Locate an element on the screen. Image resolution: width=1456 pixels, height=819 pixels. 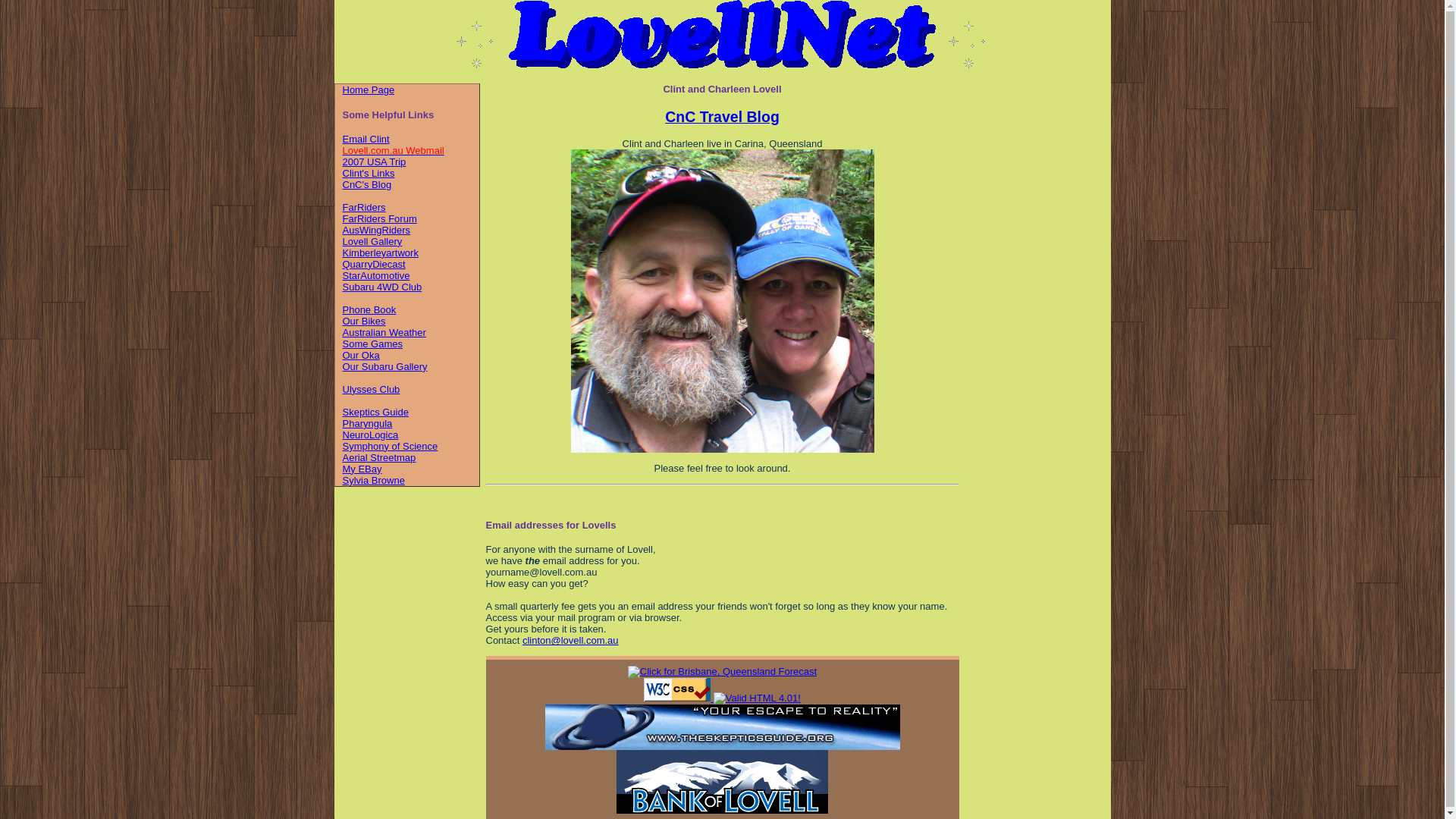
'My EBay' is located at coordinates (362, 468).